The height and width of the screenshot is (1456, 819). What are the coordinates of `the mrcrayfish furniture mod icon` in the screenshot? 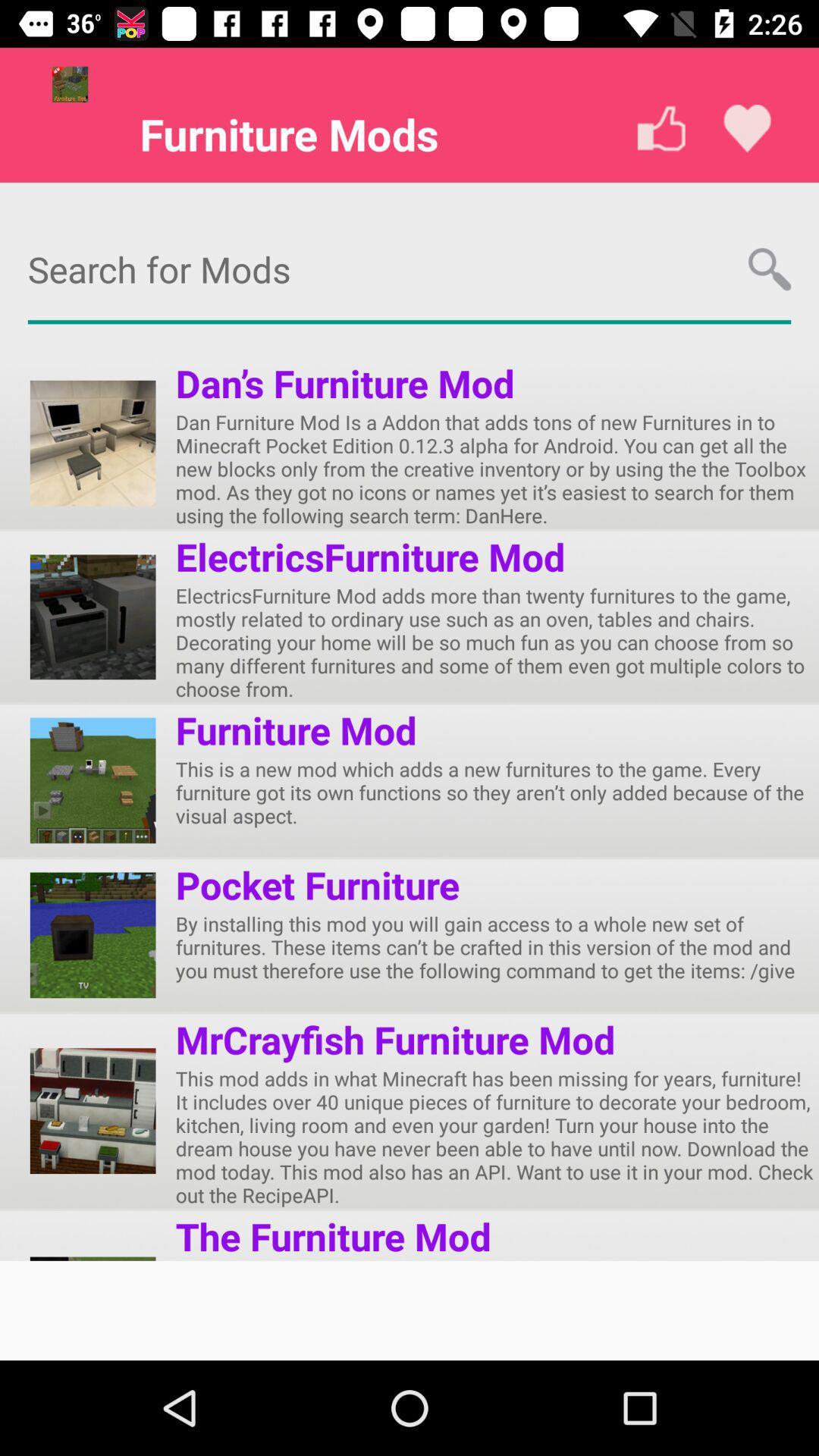 It's located at (394, 1039).